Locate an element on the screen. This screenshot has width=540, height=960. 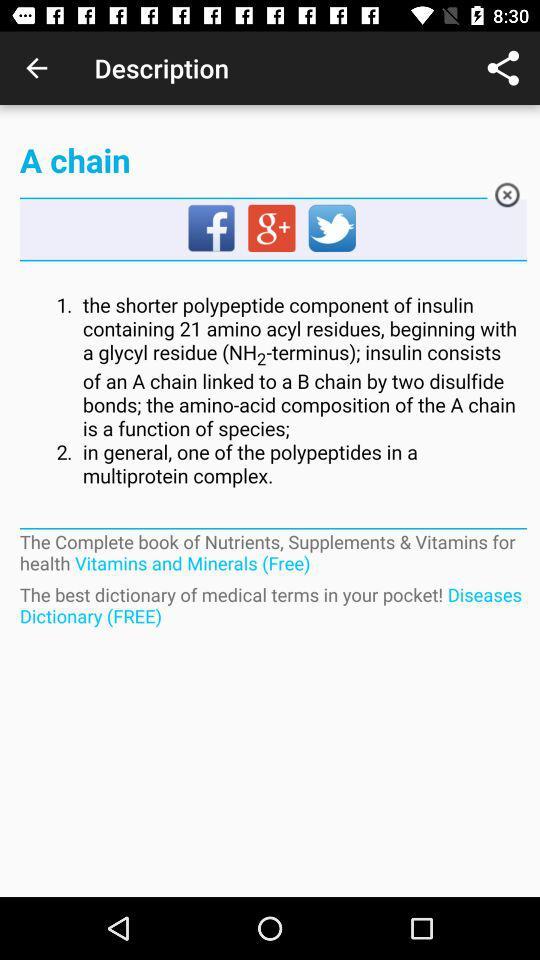
google account switch option is located at coordinates (272, 229).